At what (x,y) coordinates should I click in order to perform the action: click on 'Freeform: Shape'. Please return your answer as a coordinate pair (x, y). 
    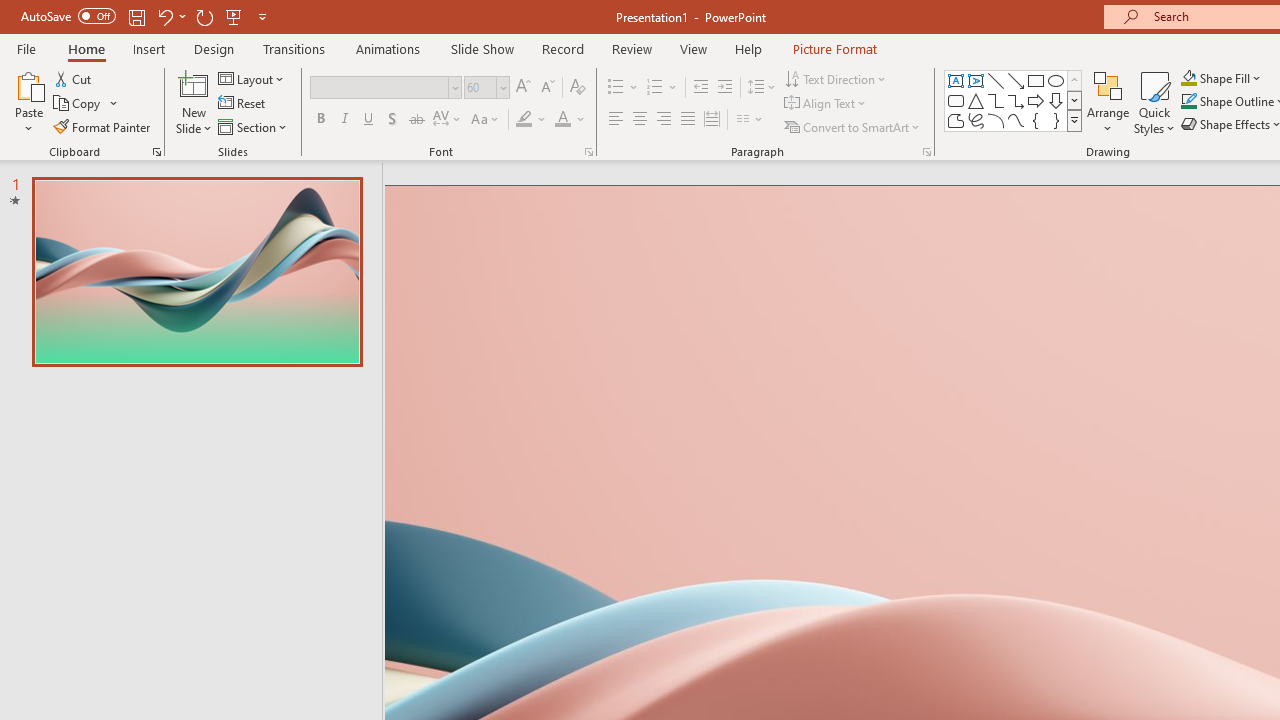
    Looking at the image, I should click on (955, 120).